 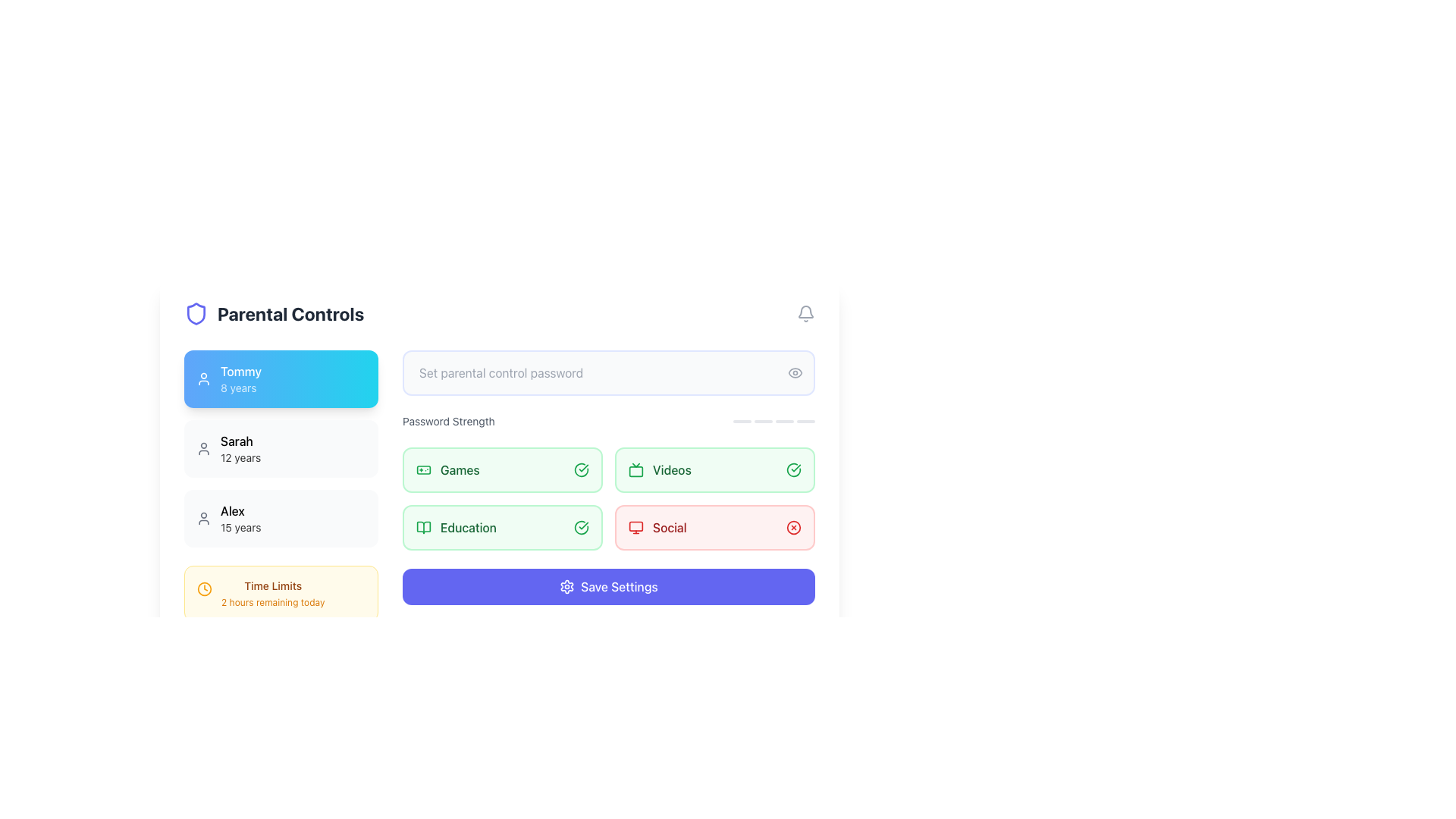 I want to click on the 'Games' text label in the parental controls interface, which is located to the right of the green gamepad icon, so click(x=459, y=469).